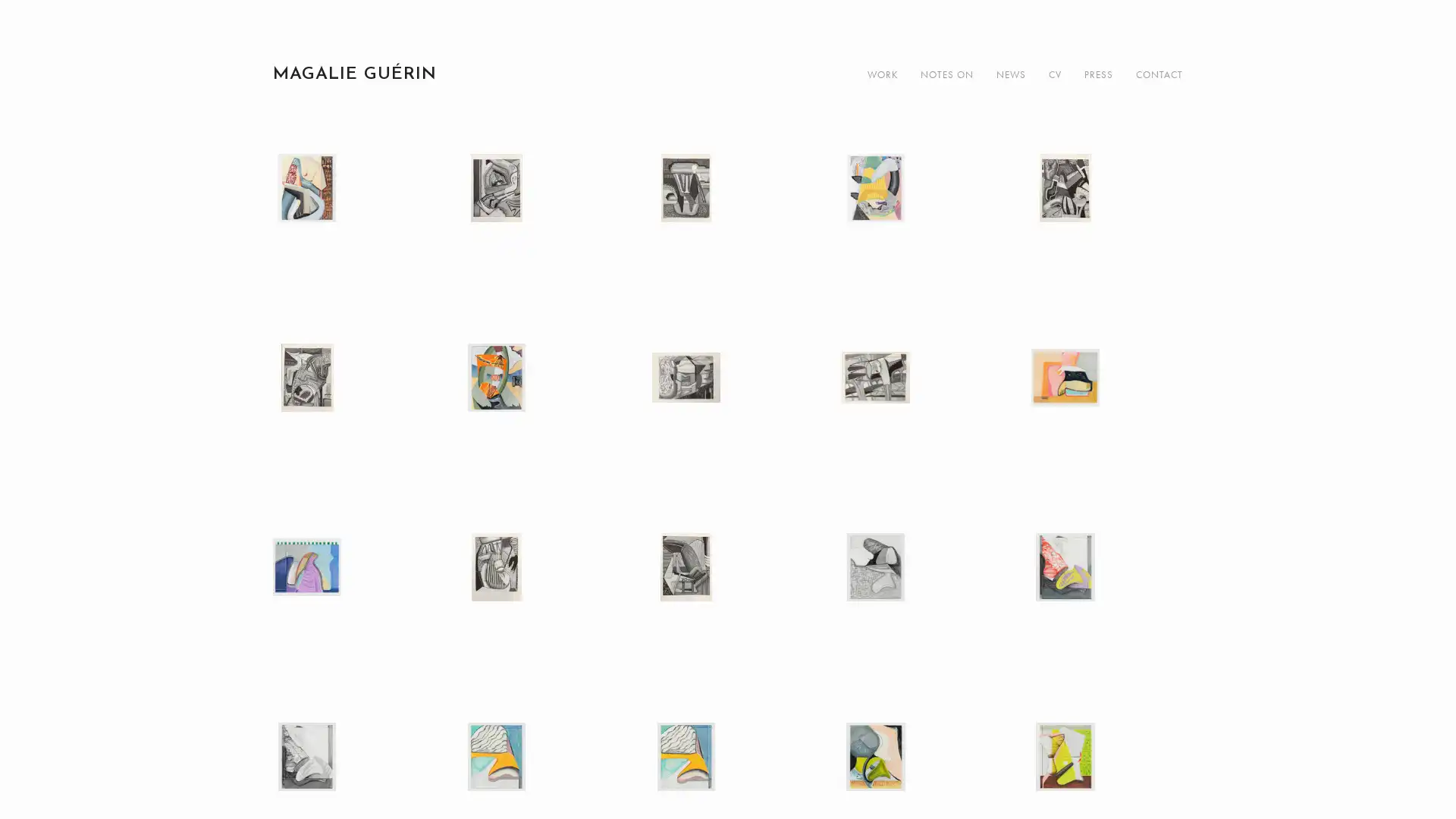 The image size is (1456, 819). What do you see at coordinates (538, 230) in the screenshot?
I see `View fullsize Small Copy Drawing 115, 2020` at bounding box center [538, 230].